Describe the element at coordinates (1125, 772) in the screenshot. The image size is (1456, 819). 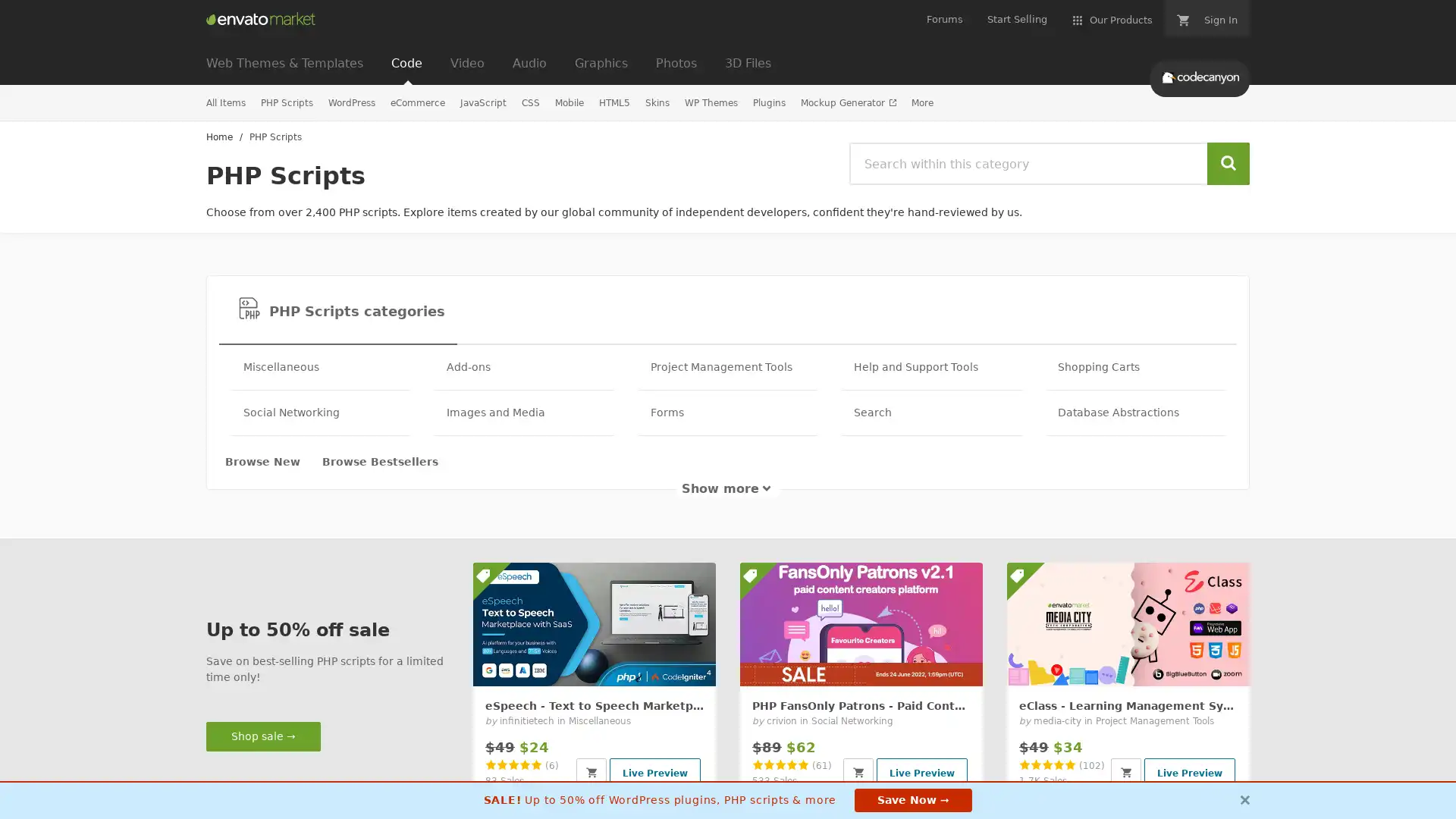
I see `Add to cart` at that location.